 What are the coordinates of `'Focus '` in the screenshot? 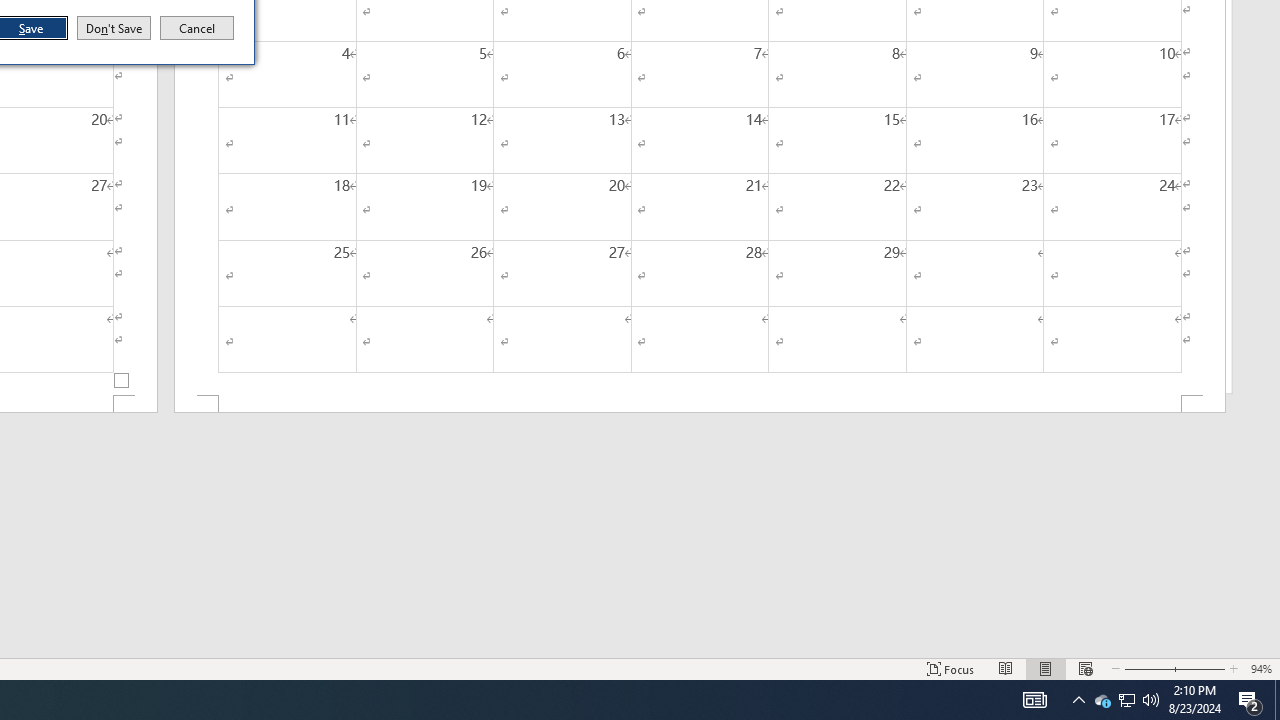 It's located at (950, 669).